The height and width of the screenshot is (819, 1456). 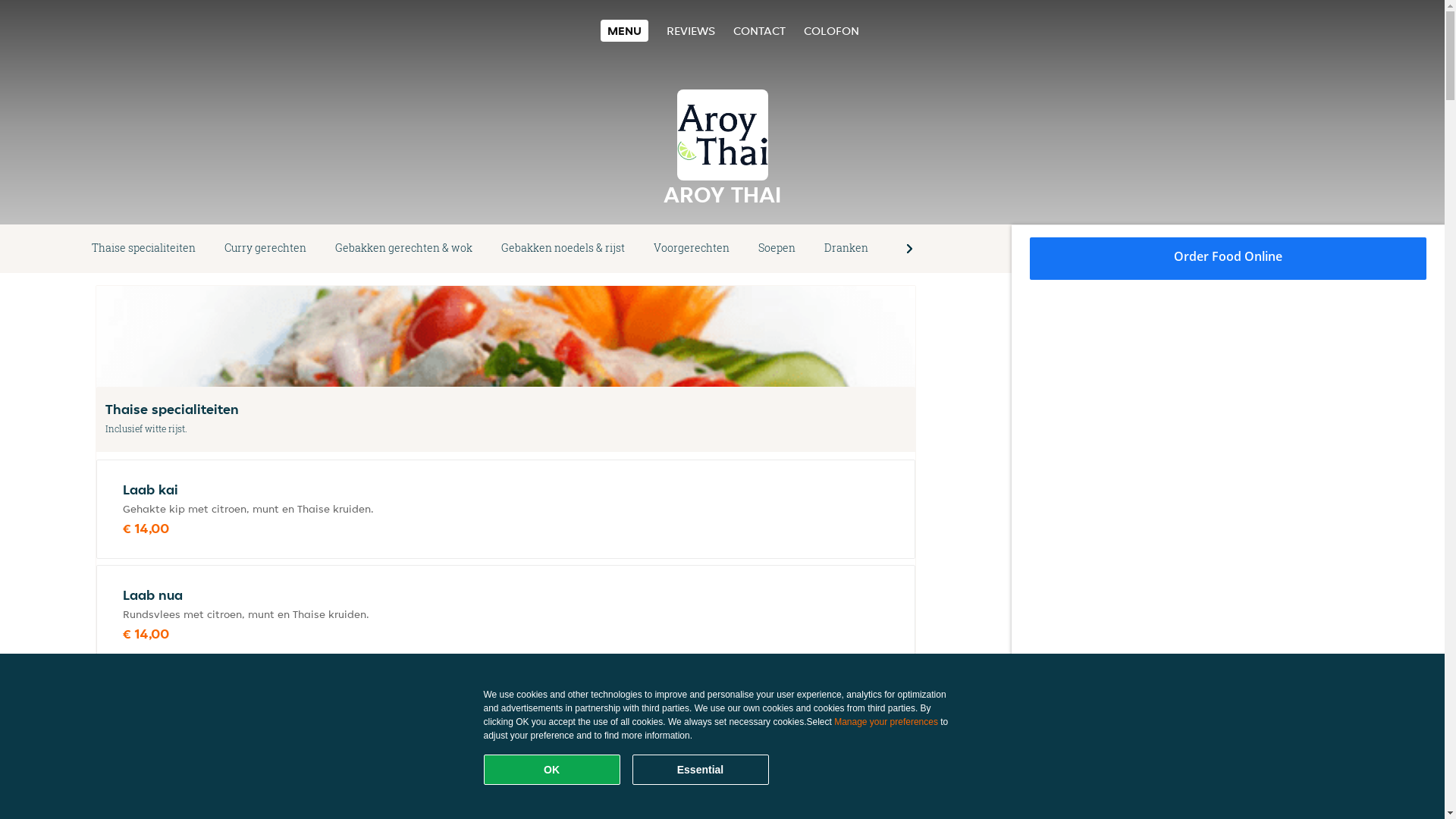 What do you see at coordinates (624, 30) in the screenshot?
I see `'MENU'` at bounding box center [624, 30].